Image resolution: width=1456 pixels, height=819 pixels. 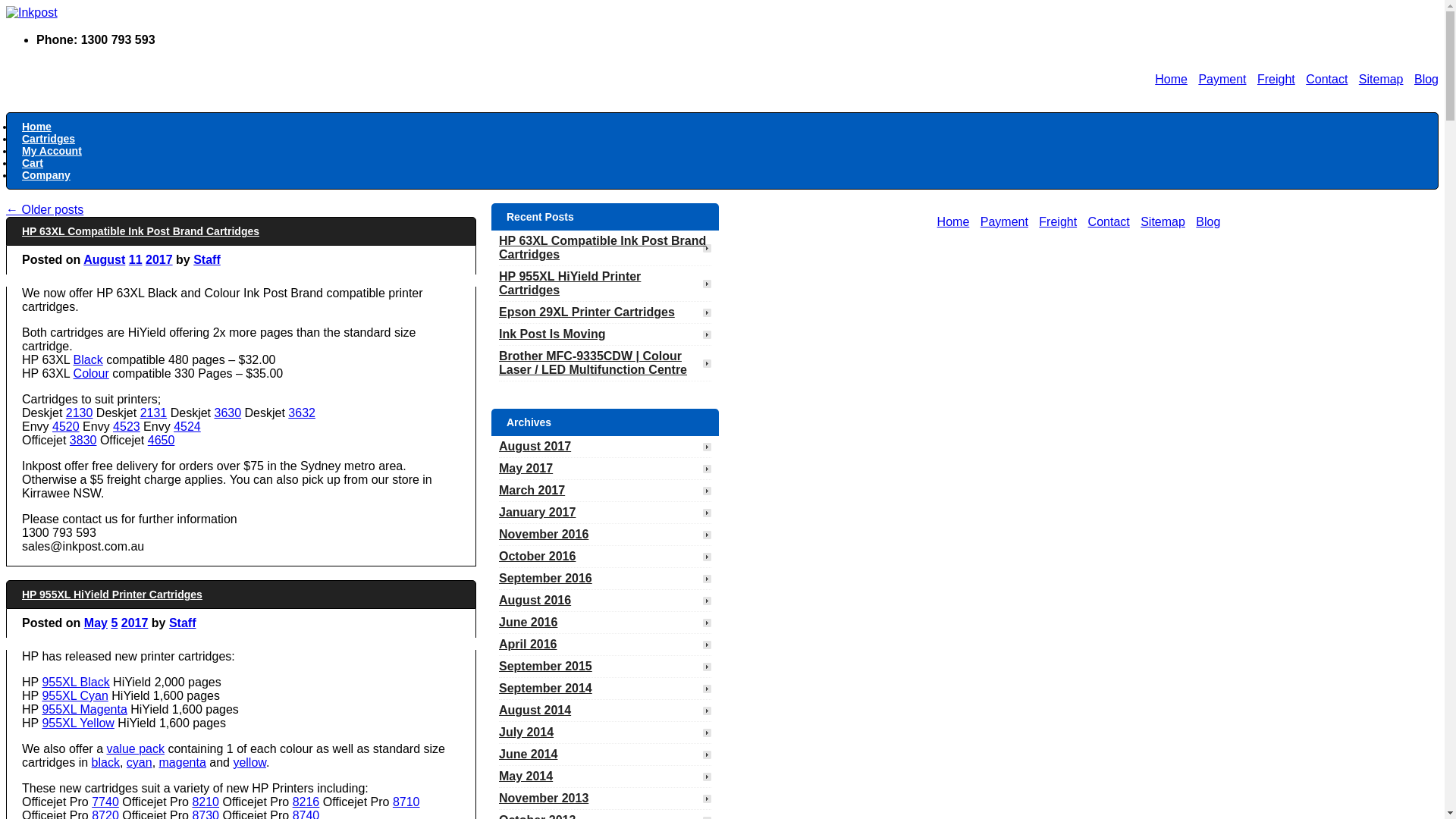 What do you see at coordinates (79, 413) in the screenshot?
I see `'2130'` at bounding box center [79, 413].